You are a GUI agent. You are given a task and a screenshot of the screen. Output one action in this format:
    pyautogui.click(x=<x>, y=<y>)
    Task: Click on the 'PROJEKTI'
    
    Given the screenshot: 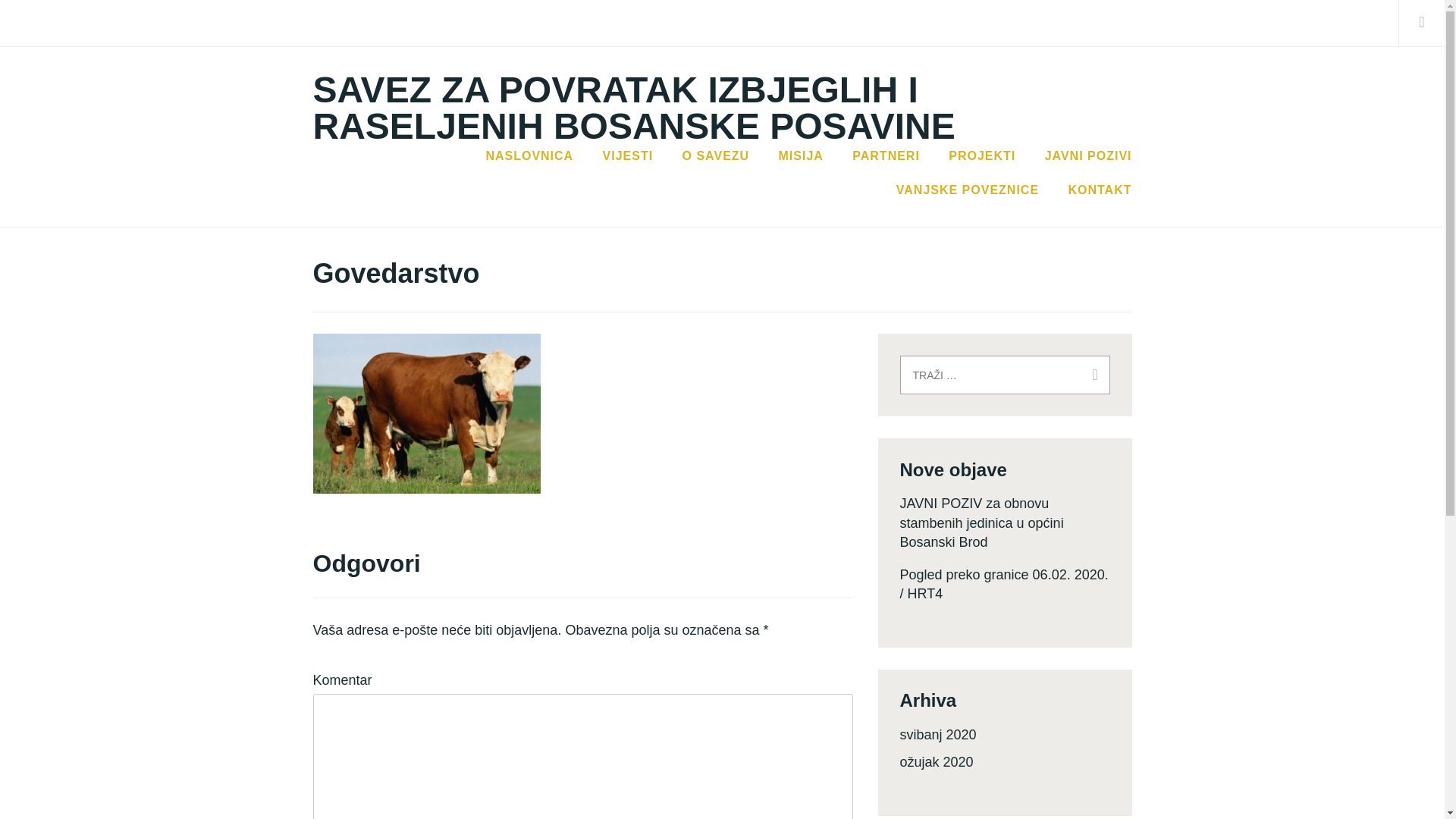 What is the action you would take?
    pyautogui.click(x=982, y=155)
    